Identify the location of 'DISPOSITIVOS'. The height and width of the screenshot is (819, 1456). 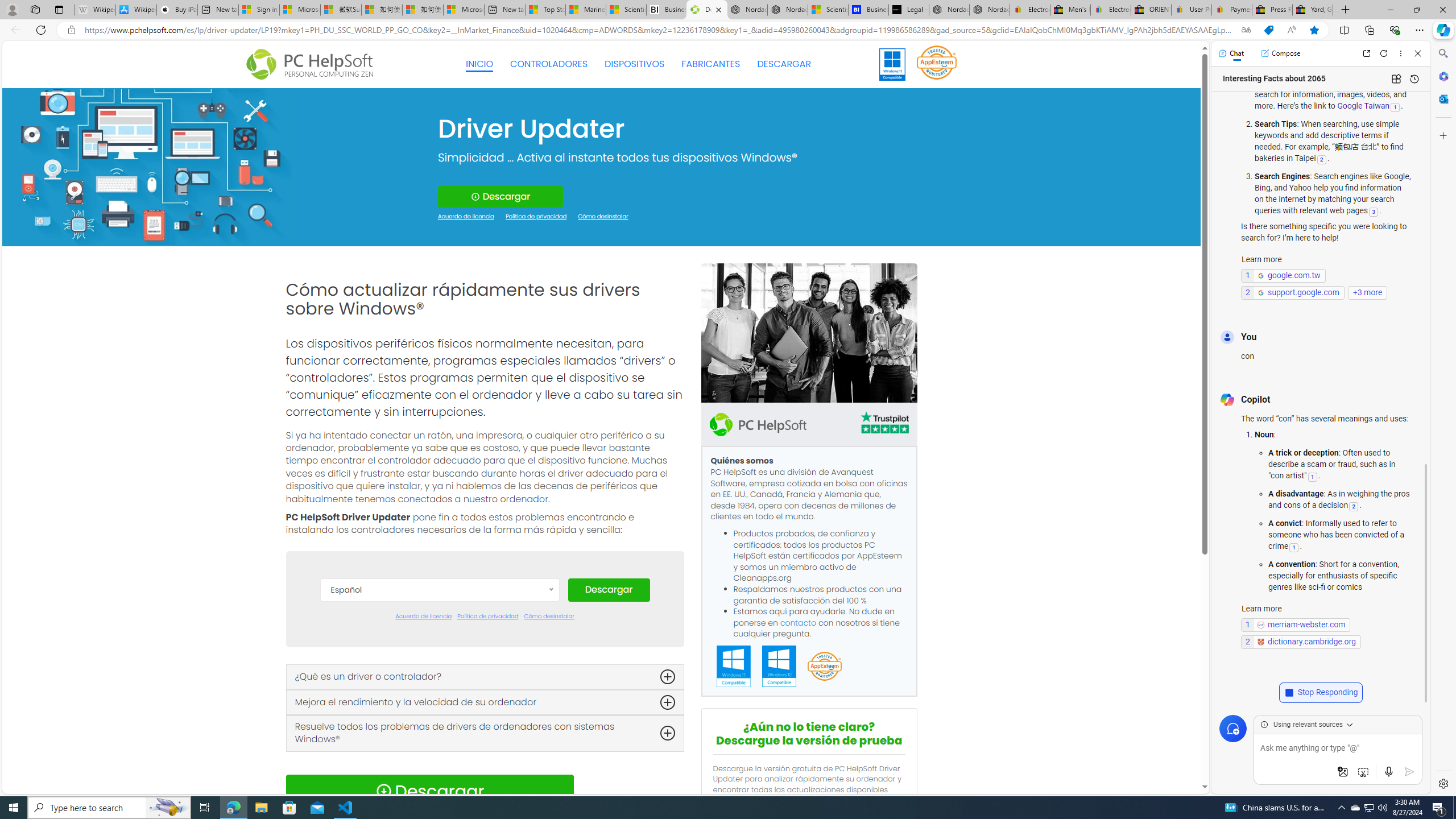
(635, 64).